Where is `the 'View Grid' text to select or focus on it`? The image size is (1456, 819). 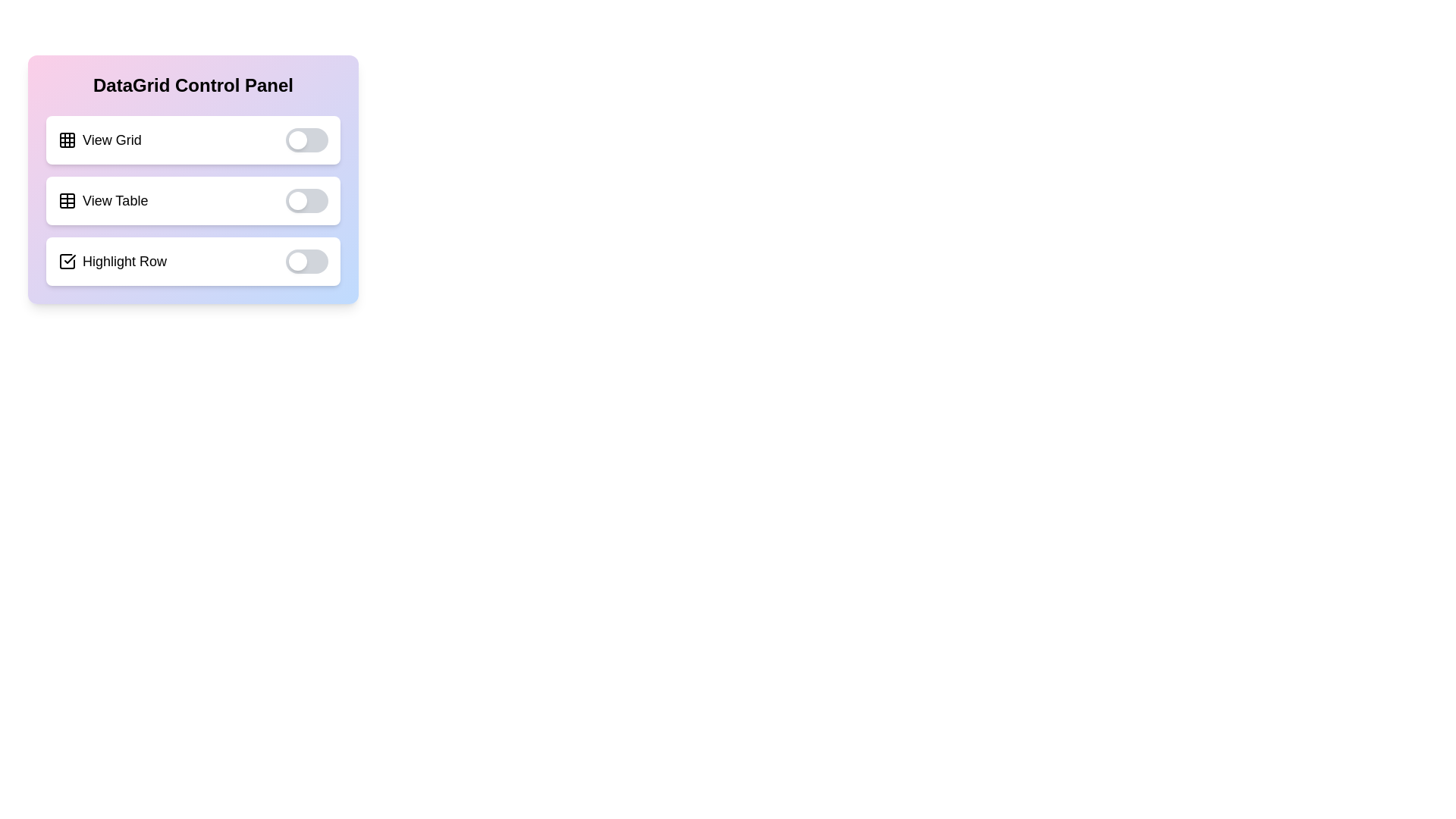 the 'View Grid' text to select or focus on it is located at coordinates (98, 140).